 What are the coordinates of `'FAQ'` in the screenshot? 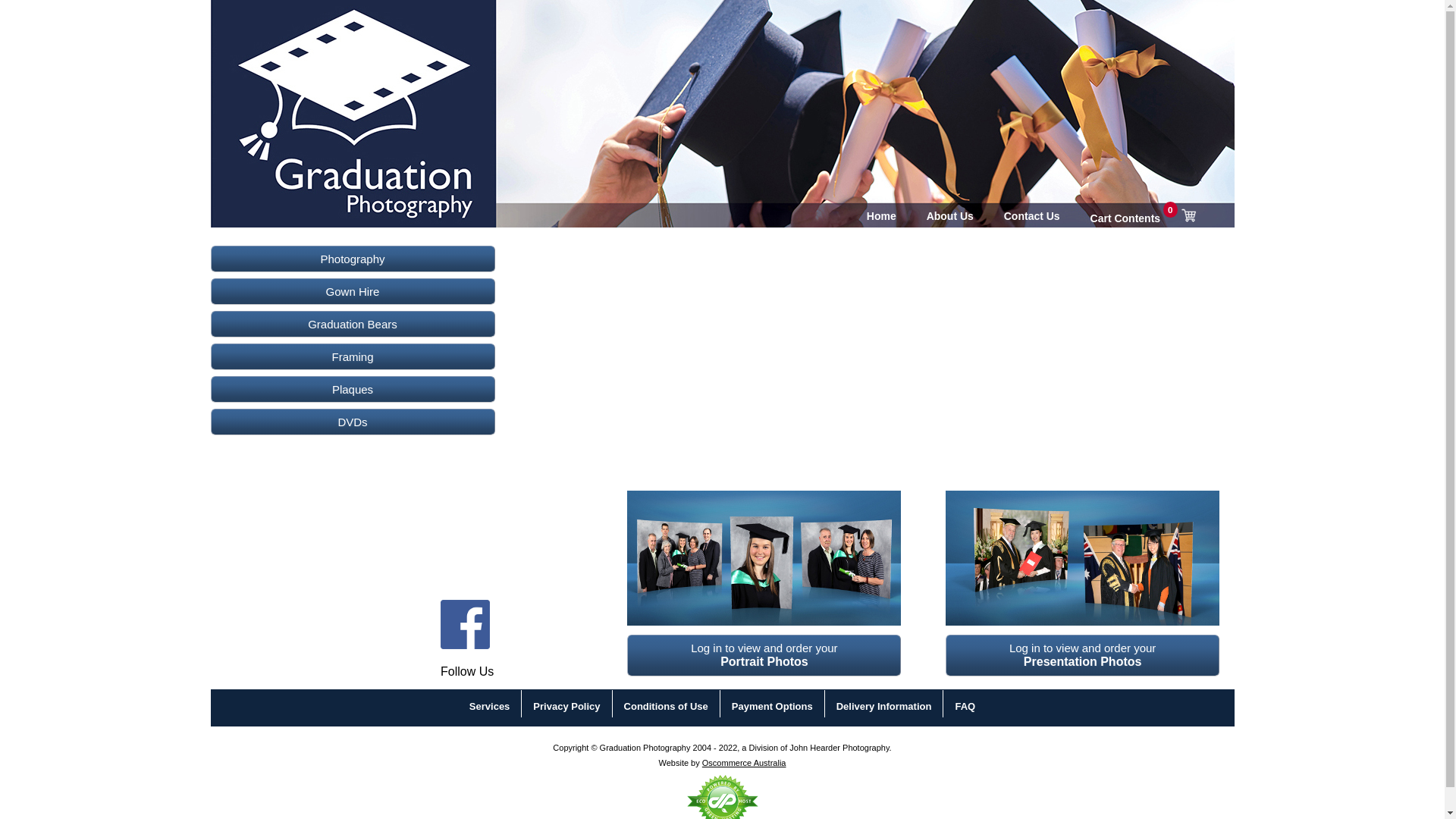 It's located at (964, 706).